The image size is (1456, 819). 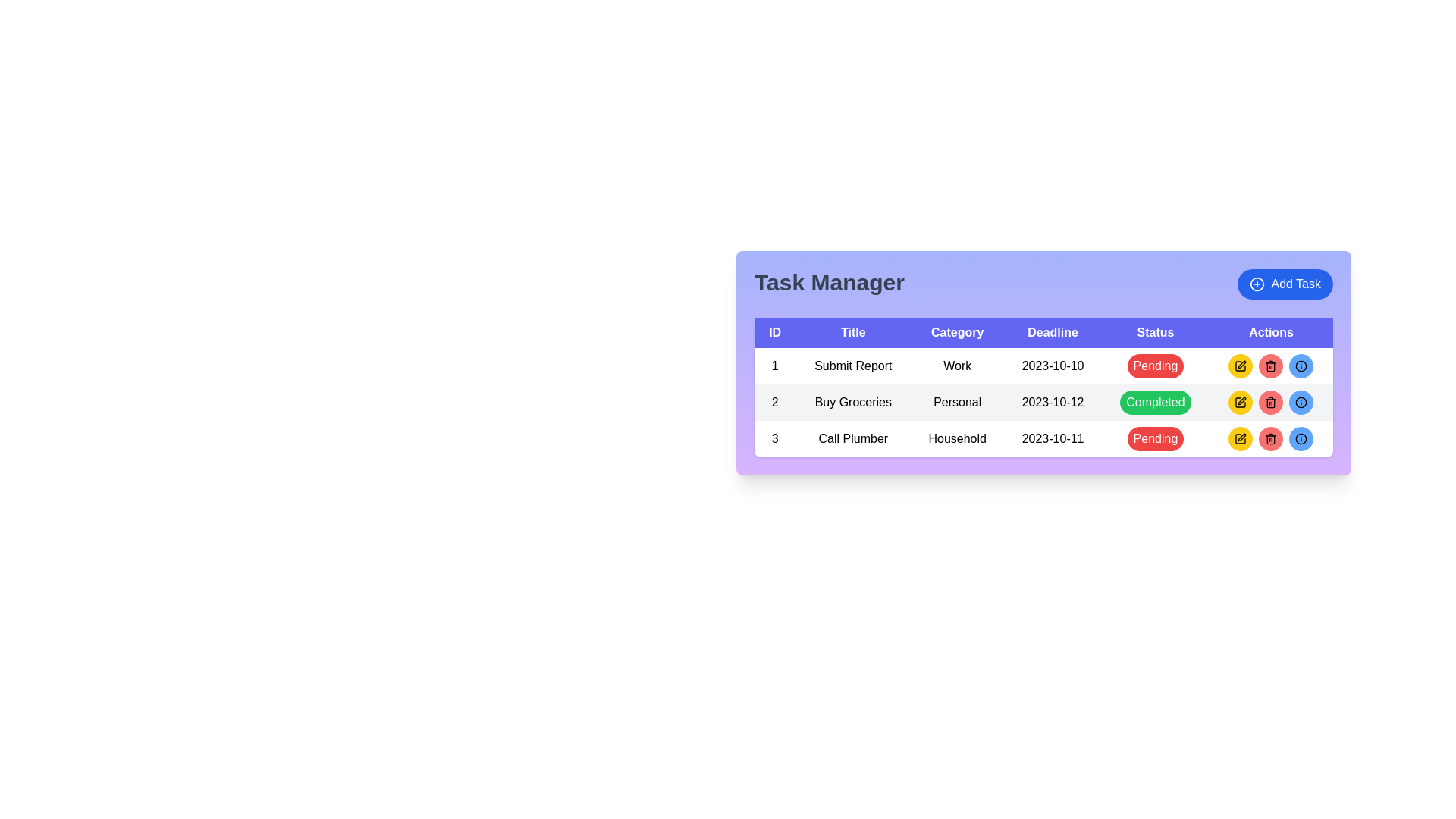 I want to click on the 'Delete' button located in the 'Actions' column of the first row in the task table, so click(x=1271, y=366).